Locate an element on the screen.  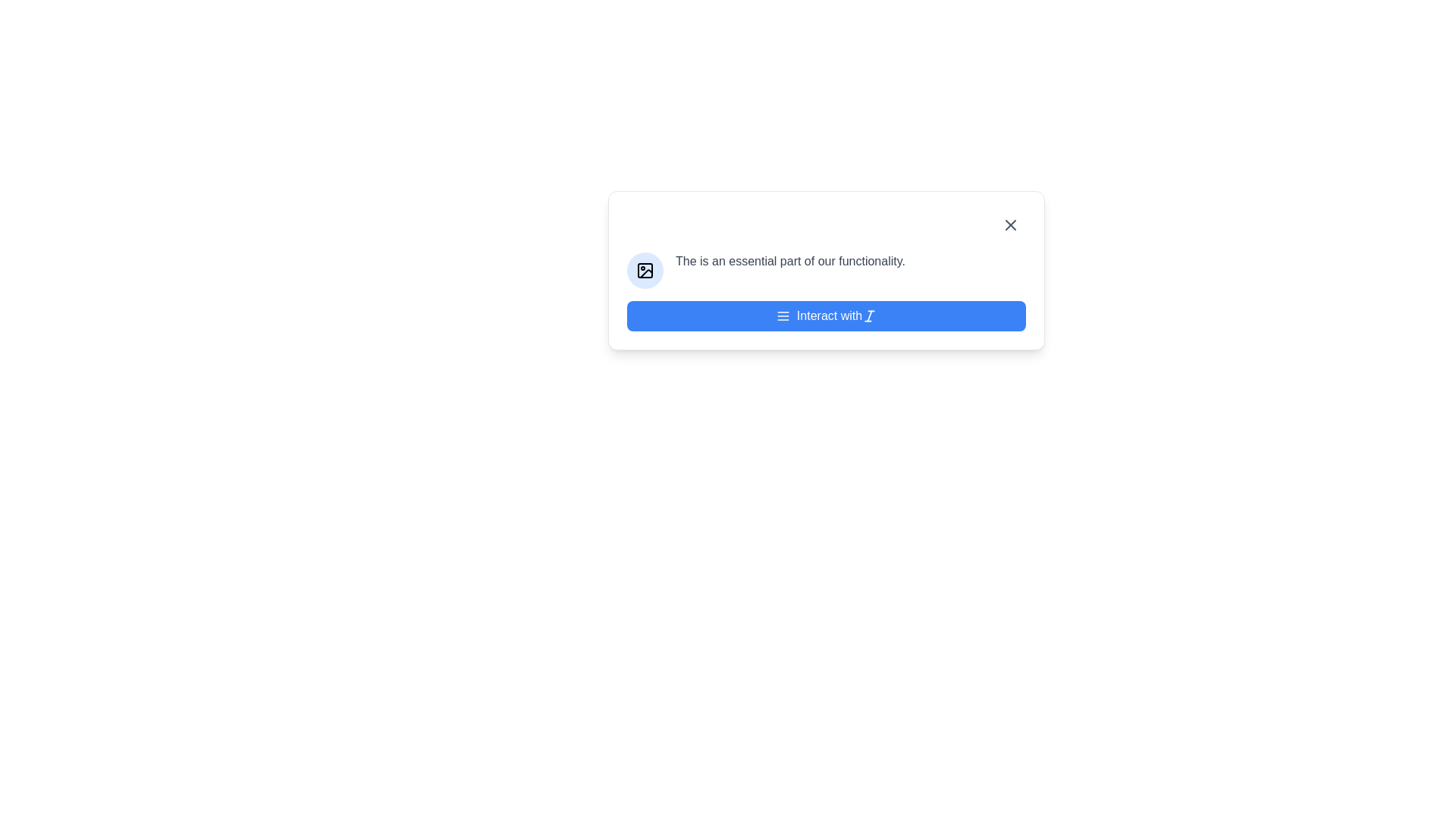
the decorative icon located inside a circular background, positioned to the left of the text 'The is an essential part of our functionality.' is located at coordinates (645, 270).